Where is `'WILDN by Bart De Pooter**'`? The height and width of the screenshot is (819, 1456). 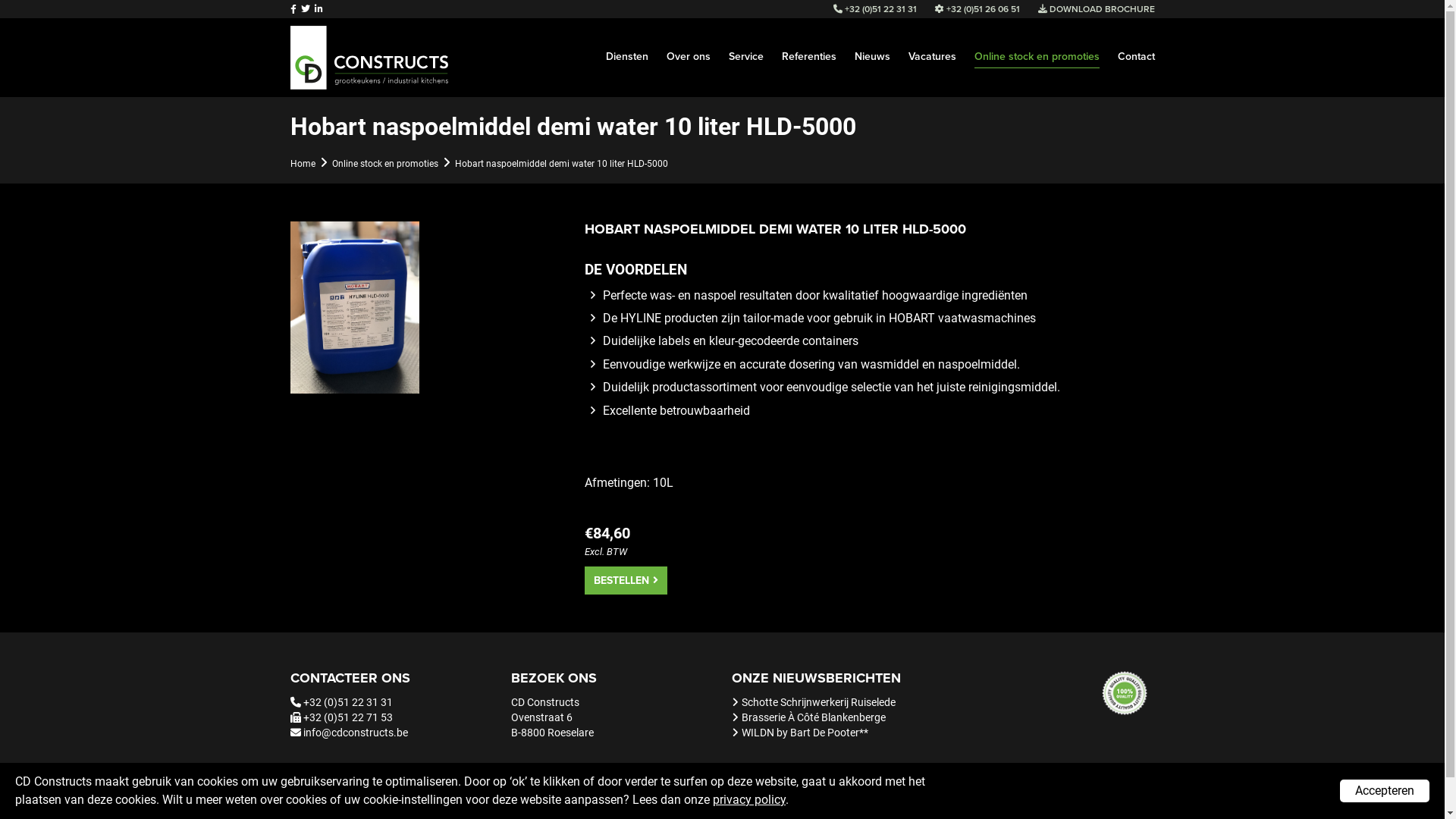 'WILDN by Bart De Pooter**' is located at coordinates (804, 731).